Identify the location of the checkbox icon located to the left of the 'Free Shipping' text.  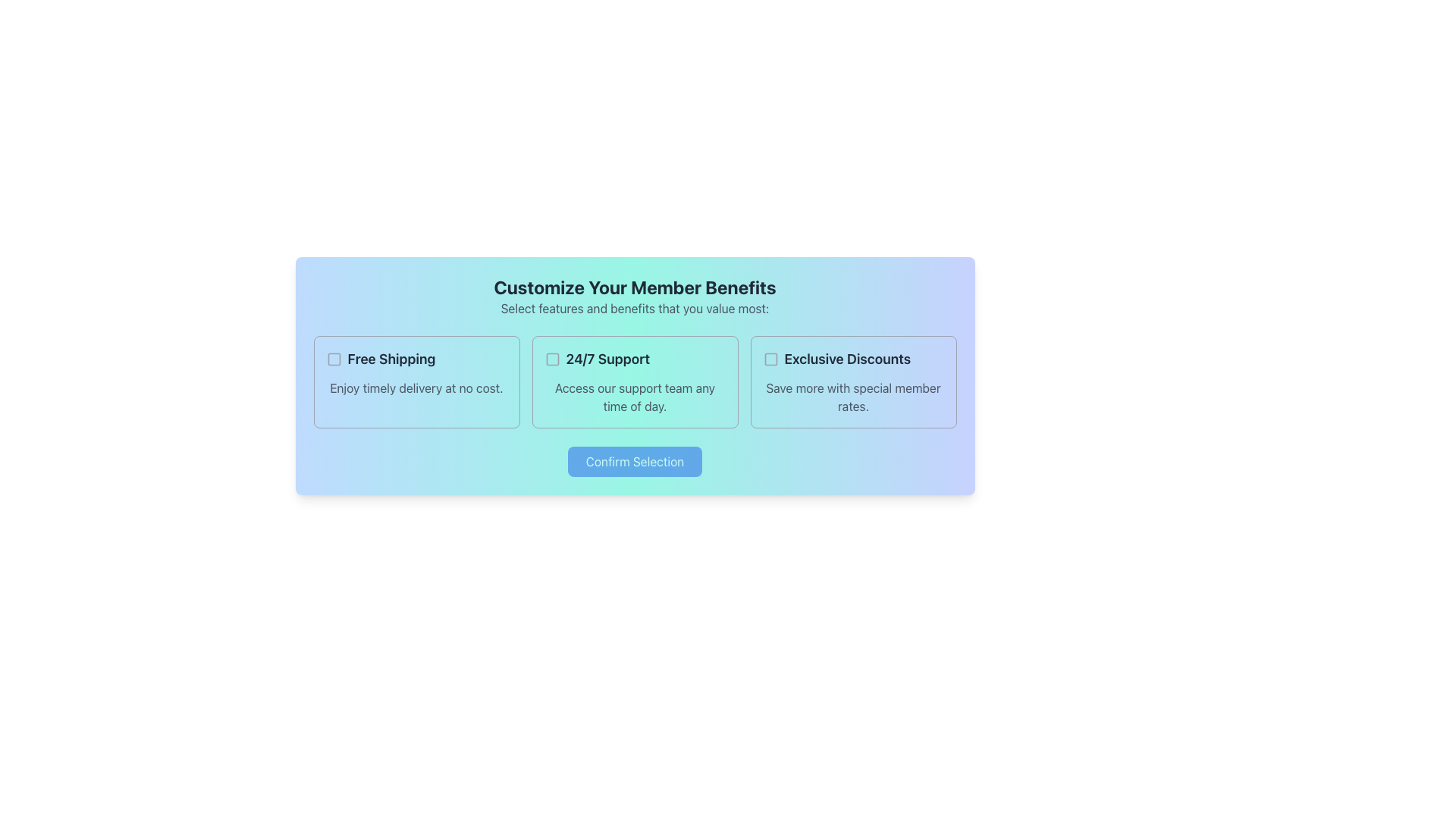
(333, 359).